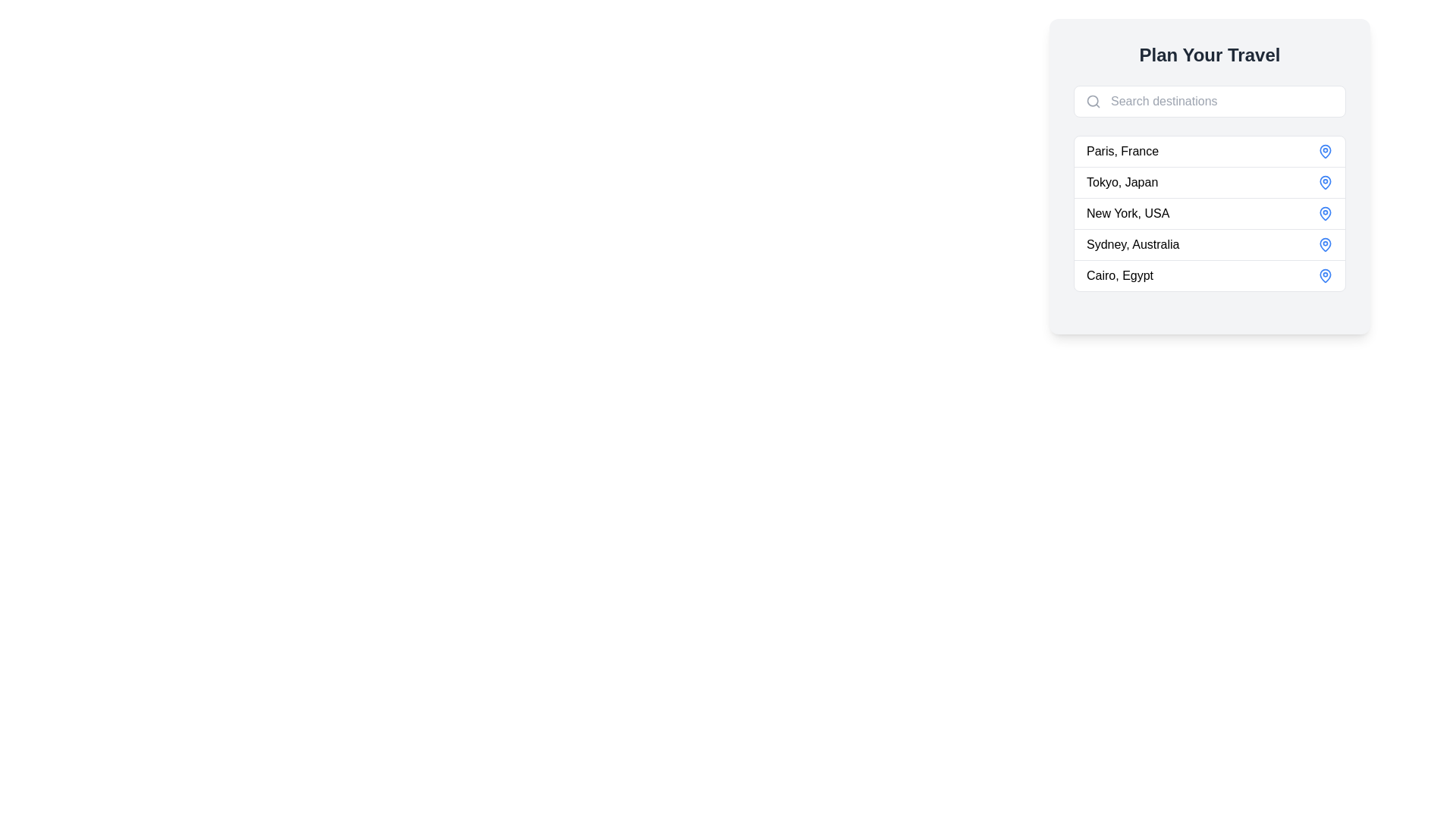  I want to click on the text label for 'Sydney, Australia', so click(1133, 244).